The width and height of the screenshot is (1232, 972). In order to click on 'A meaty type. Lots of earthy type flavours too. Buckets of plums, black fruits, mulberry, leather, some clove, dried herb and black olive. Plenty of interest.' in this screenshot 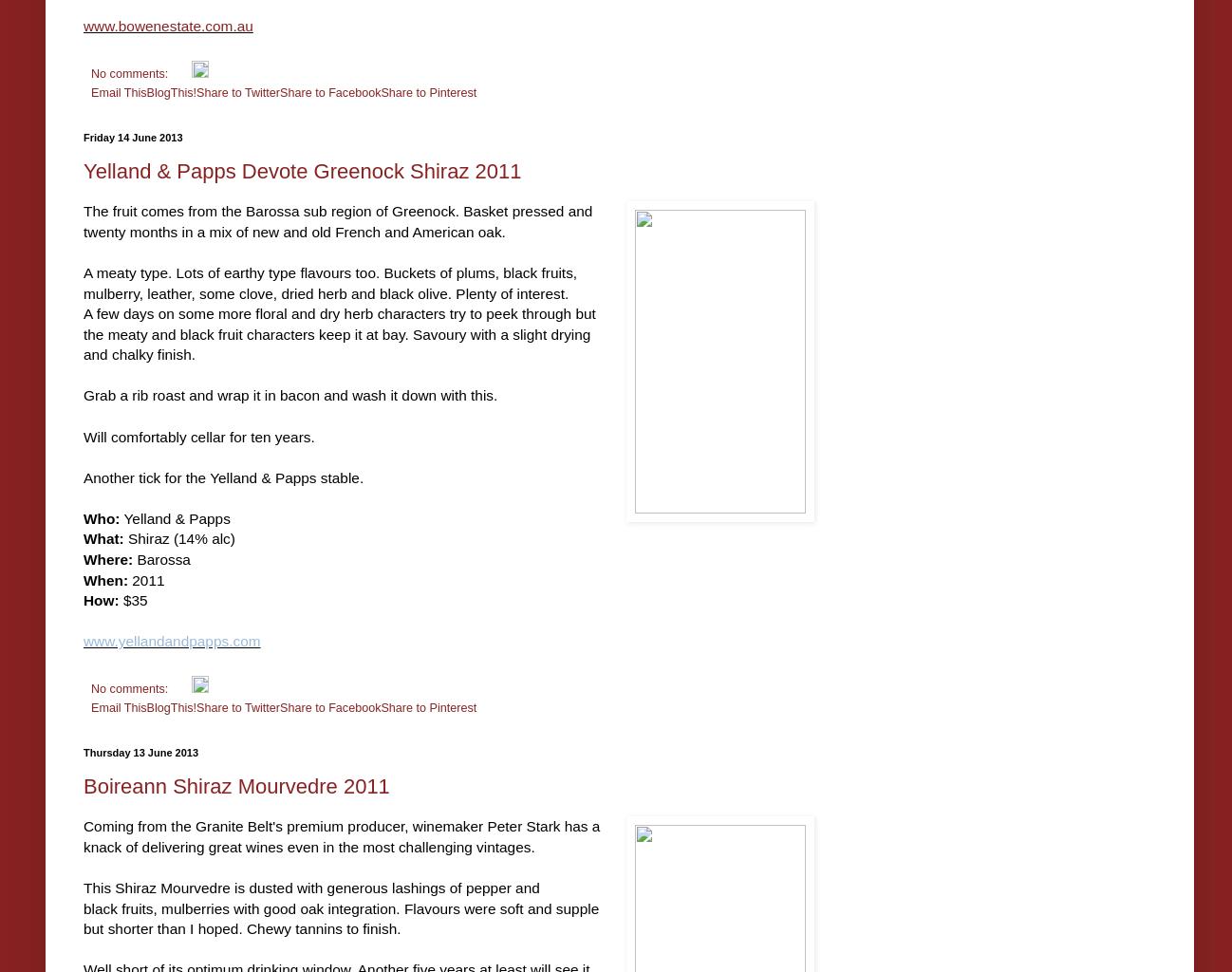, I will do `click(329, 282)`.